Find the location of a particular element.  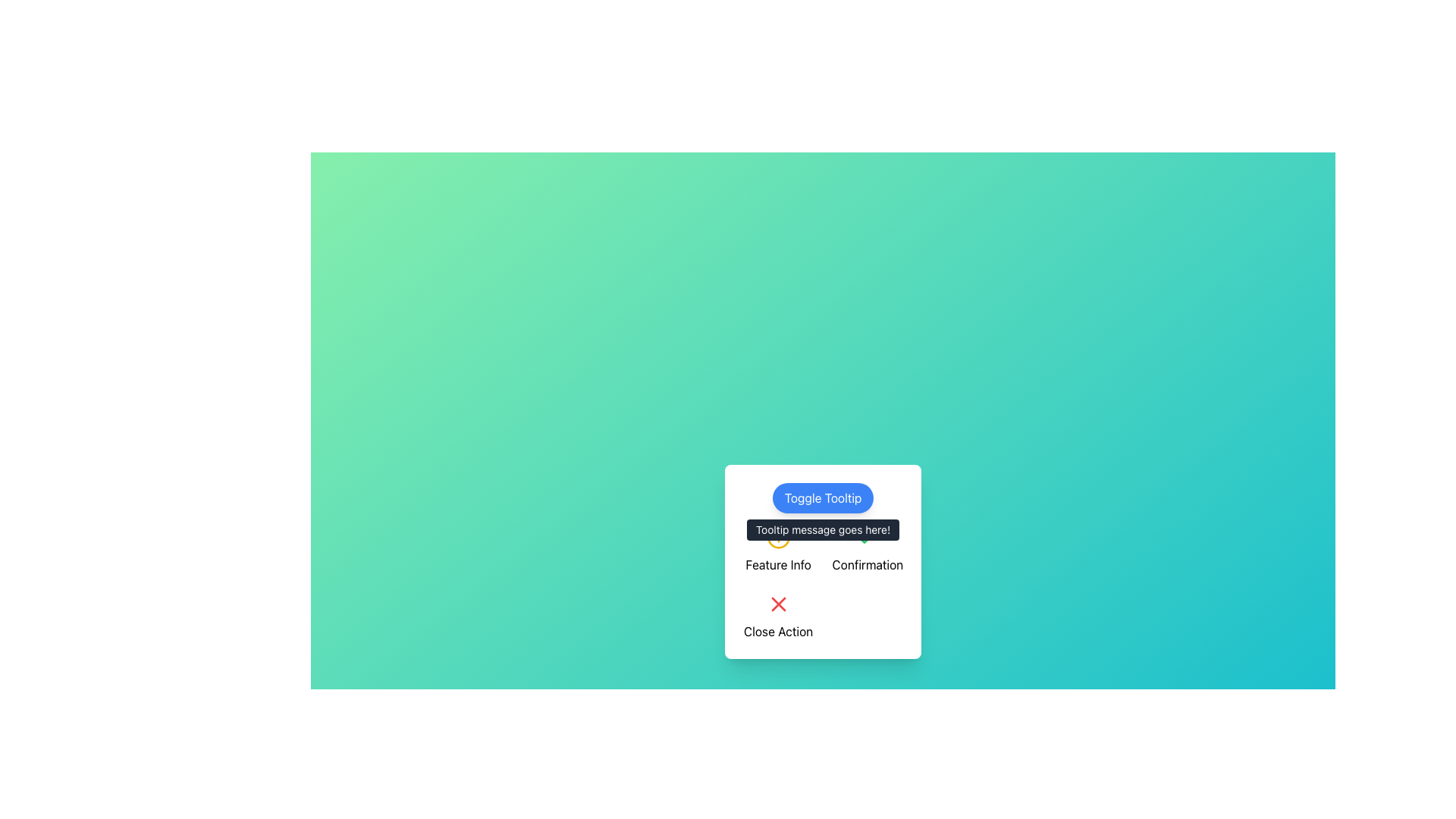

the close or delete icon located beneath 'Feature Info' and 'Confirmation', directly above the text 'Close Action' is located at coordinates (778, 604).